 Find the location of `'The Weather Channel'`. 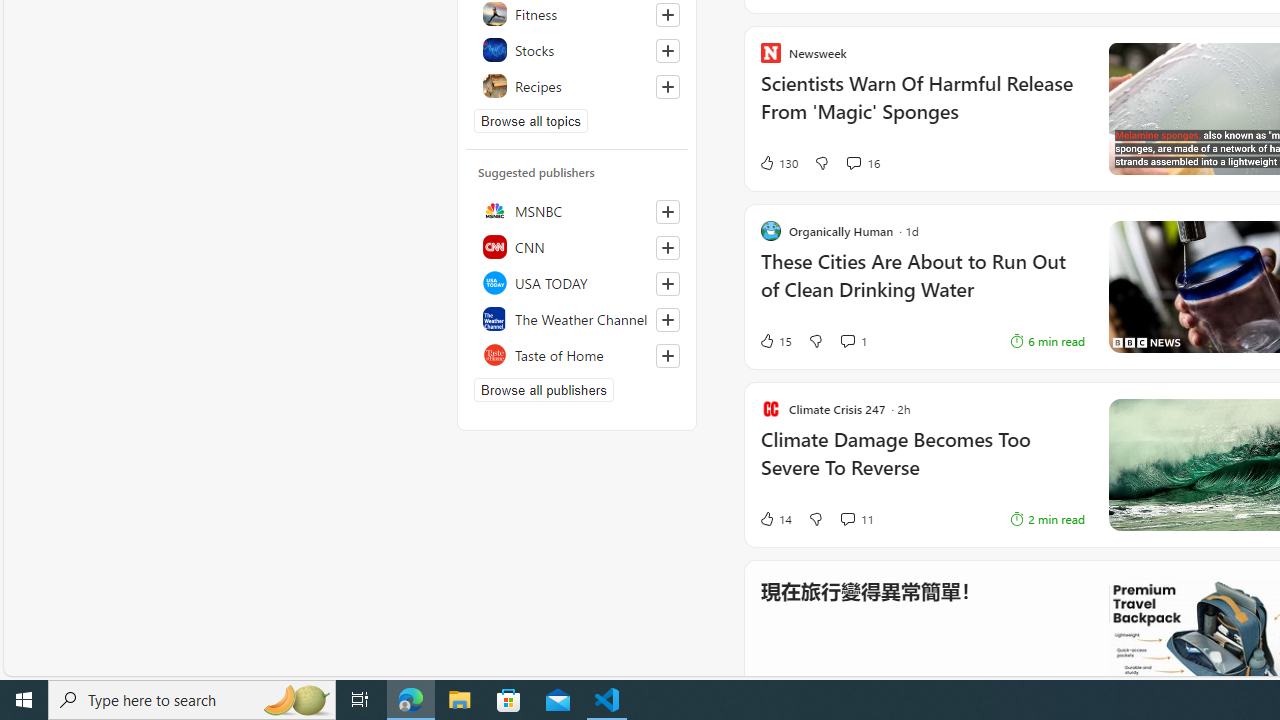

'The Weather Channel' is located at coordinates (576, 317).